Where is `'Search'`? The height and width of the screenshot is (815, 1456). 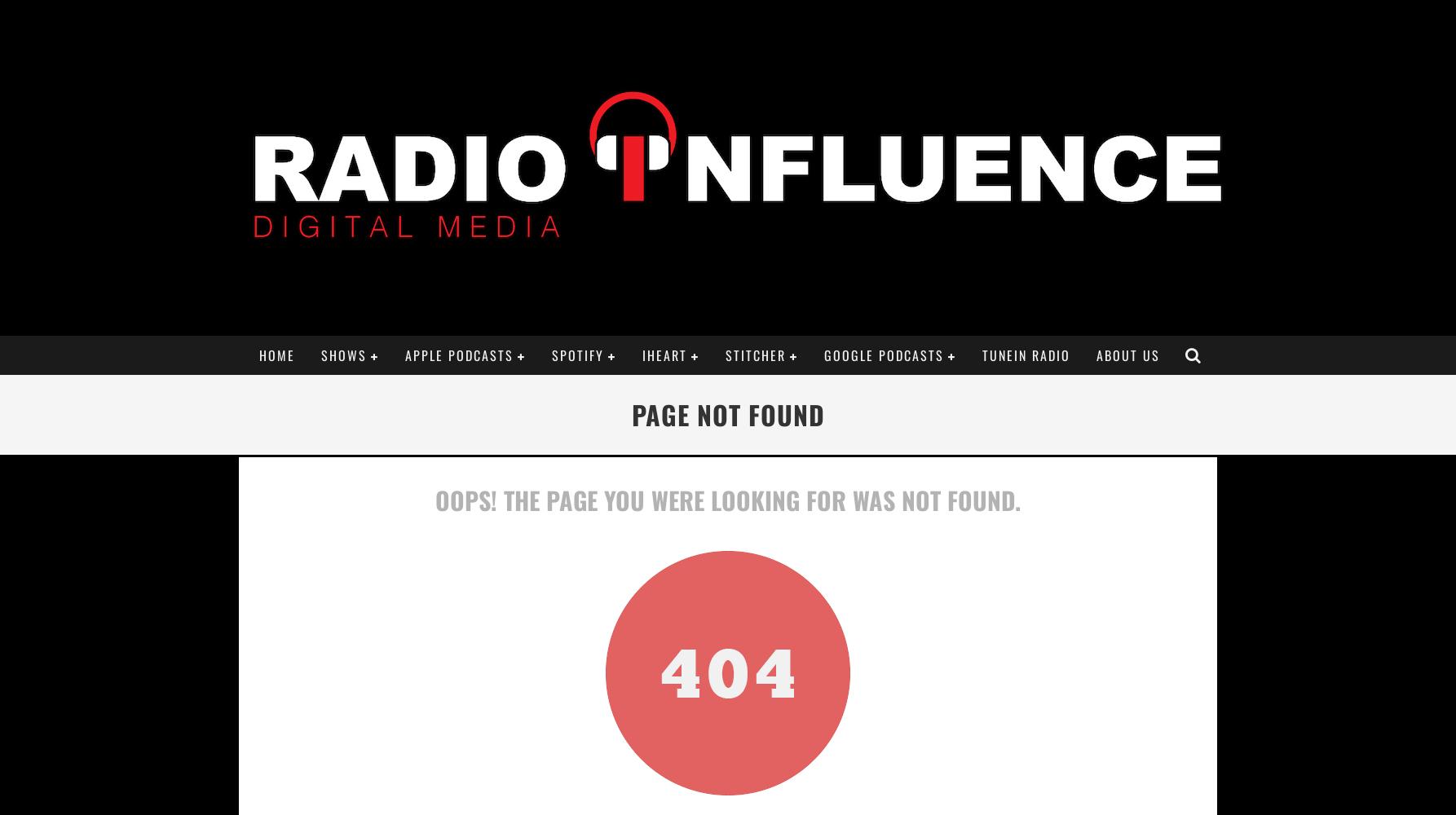
'Search' is located at coordinates (716, 763).